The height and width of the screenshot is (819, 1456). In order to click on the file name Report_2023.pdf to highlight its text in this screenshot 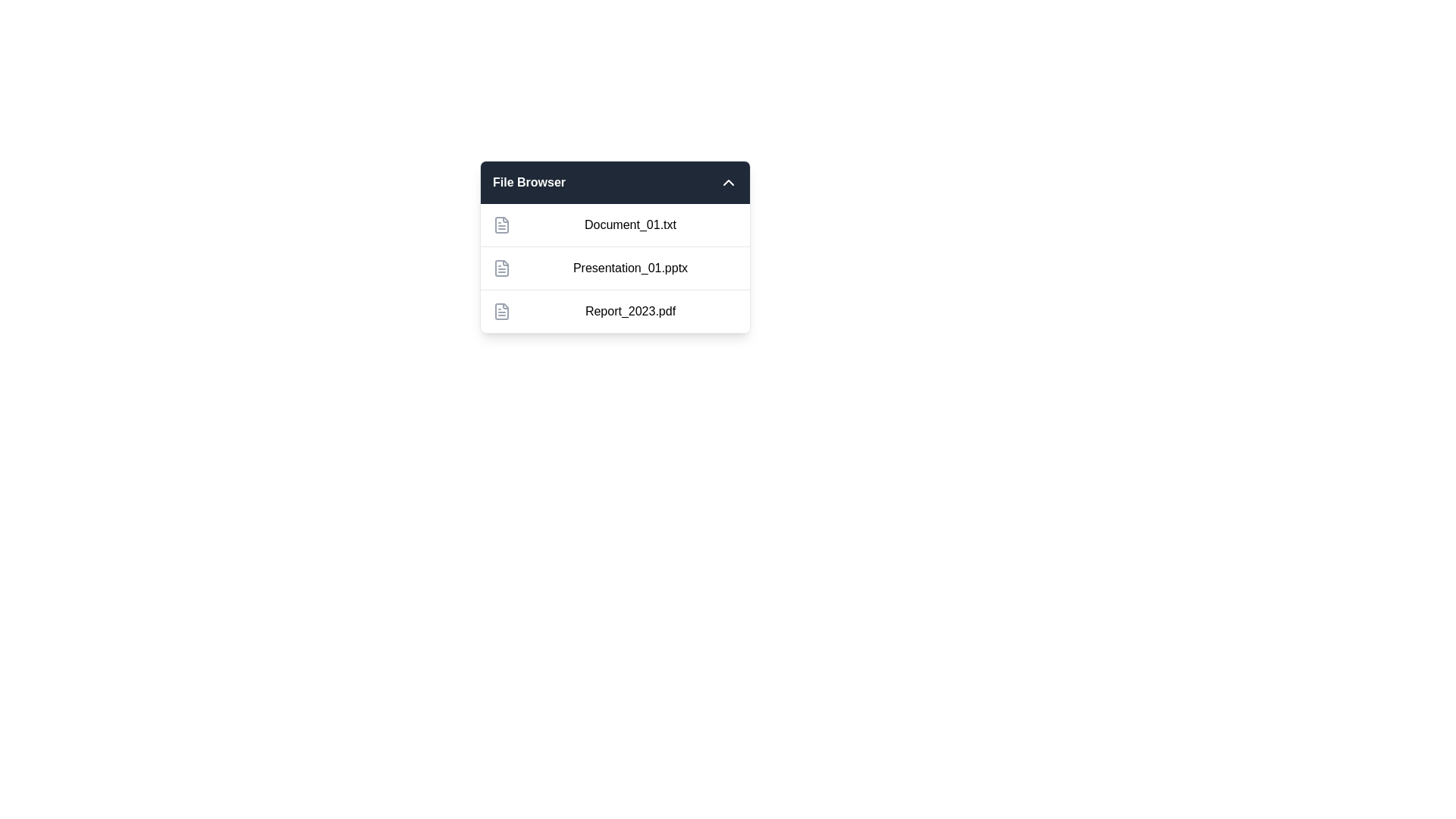, I will do `click(615, 310)`.